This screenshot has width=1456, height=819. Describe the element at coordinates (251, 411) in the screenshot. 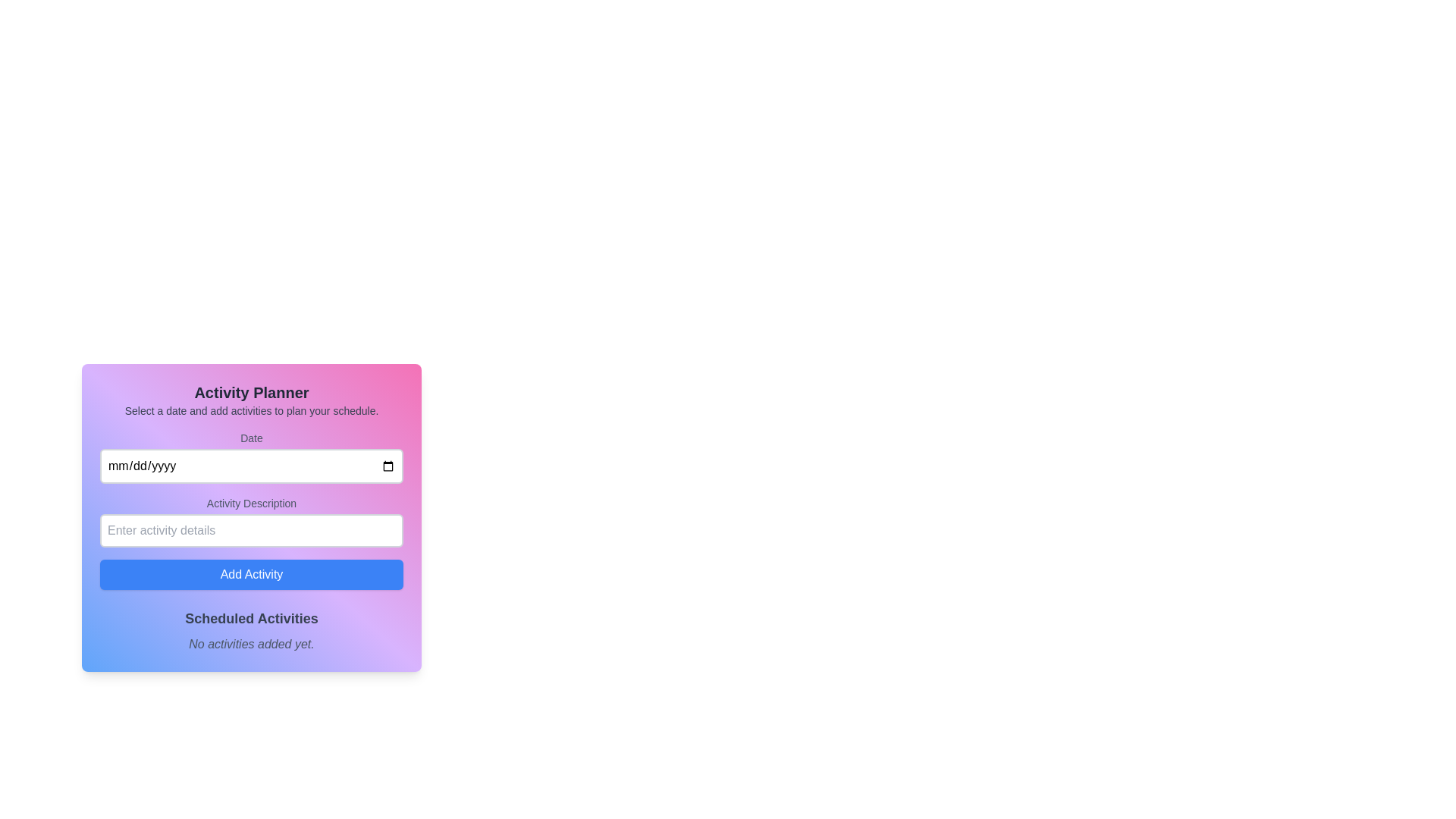

I see `the text label that reads 'Select a date and add activities to plan your schedule.' which is styled with a small gray font and is located within the 'Activity Planner' card` at that location.